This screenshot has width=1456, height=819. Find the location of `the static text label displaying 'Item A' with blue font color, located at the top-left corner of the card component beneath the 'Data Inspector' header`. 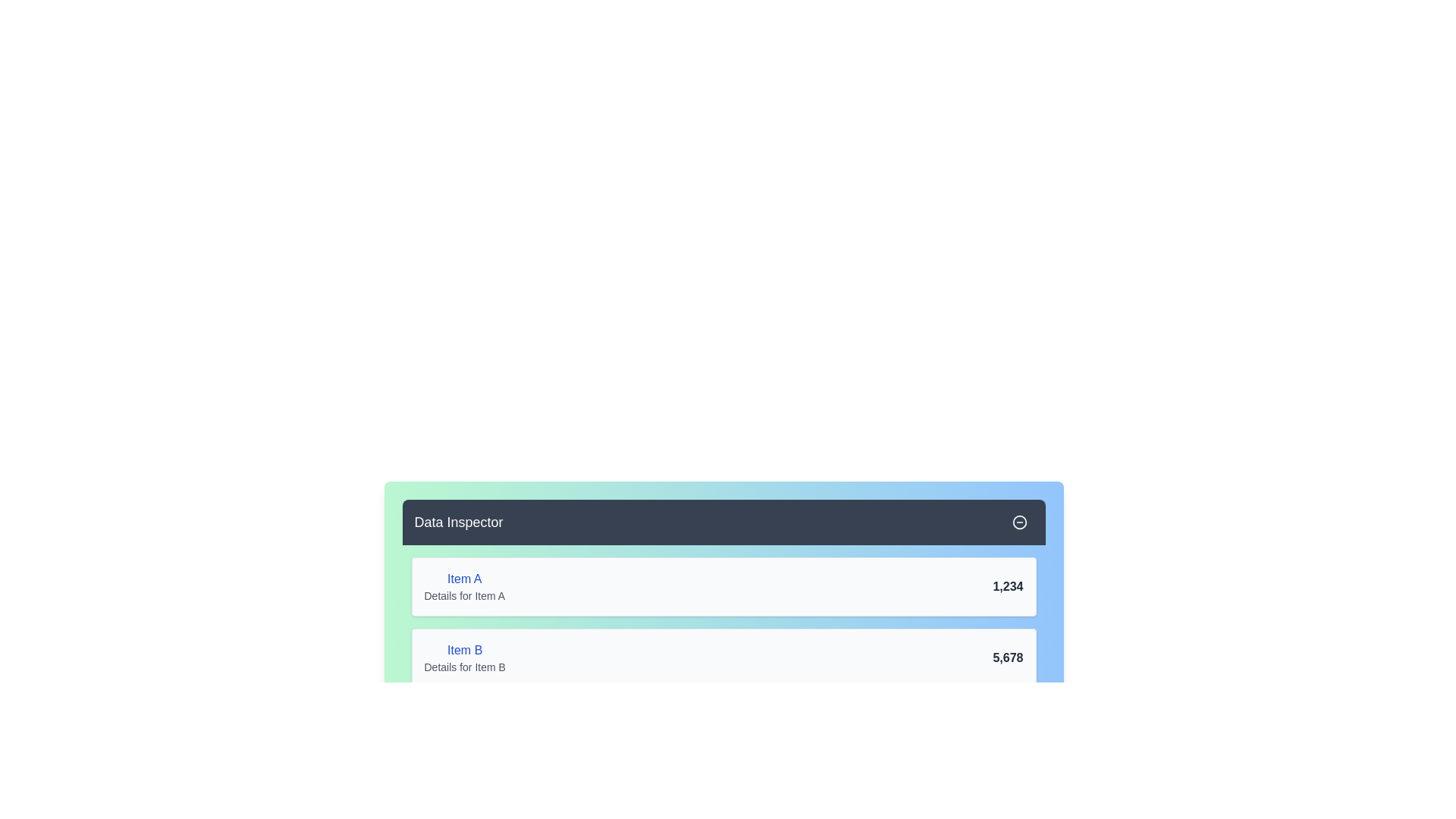

the static text label displaying 'Item A' with blue font color, located at the top-left corner of the card component beneath the 'Data Inspector' header is located at coordinates (463, 579).